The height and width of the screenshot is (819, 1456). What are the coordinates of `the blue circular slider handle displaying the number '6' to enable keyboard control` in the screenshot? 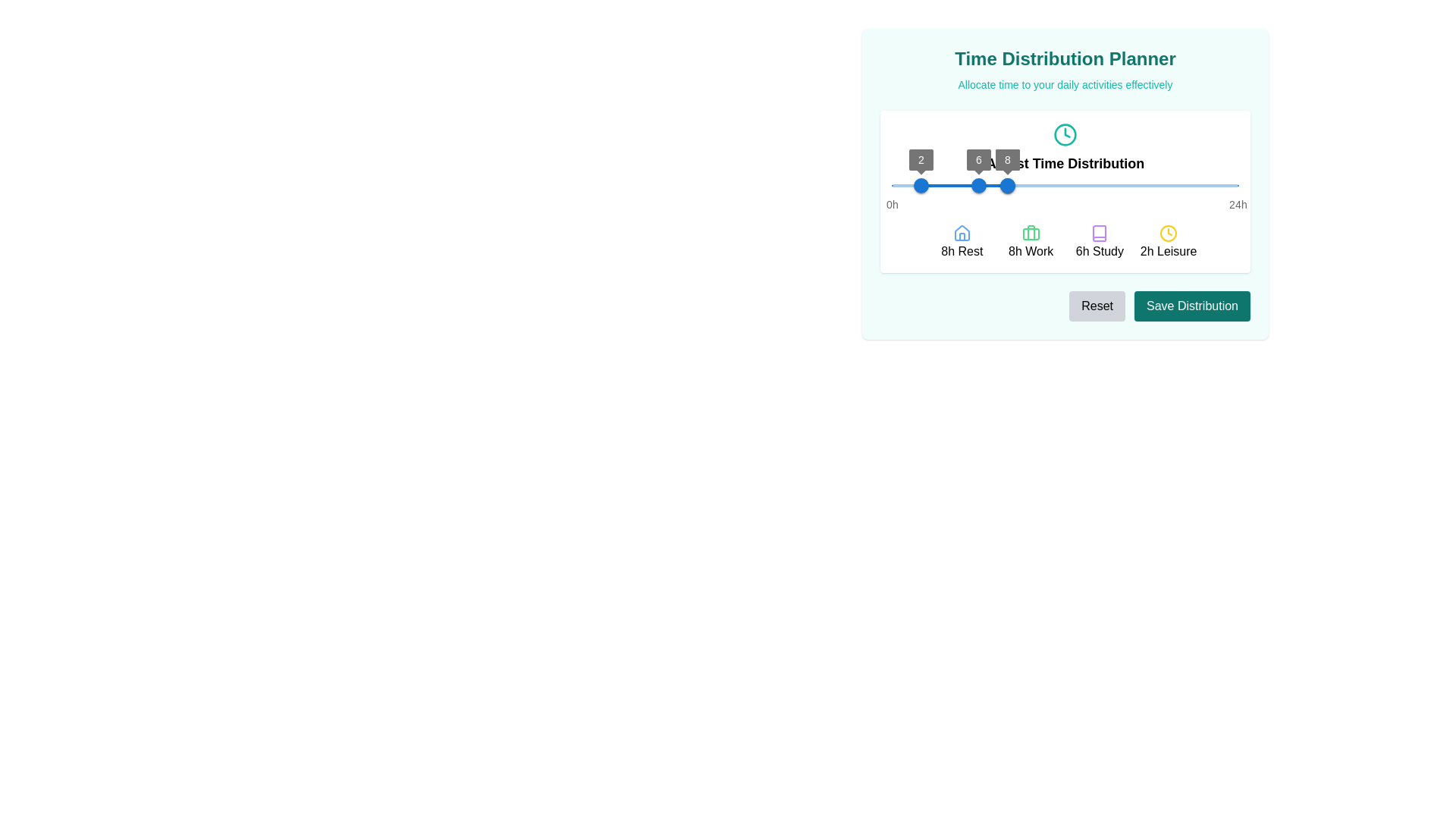 It's located at (979, 185).